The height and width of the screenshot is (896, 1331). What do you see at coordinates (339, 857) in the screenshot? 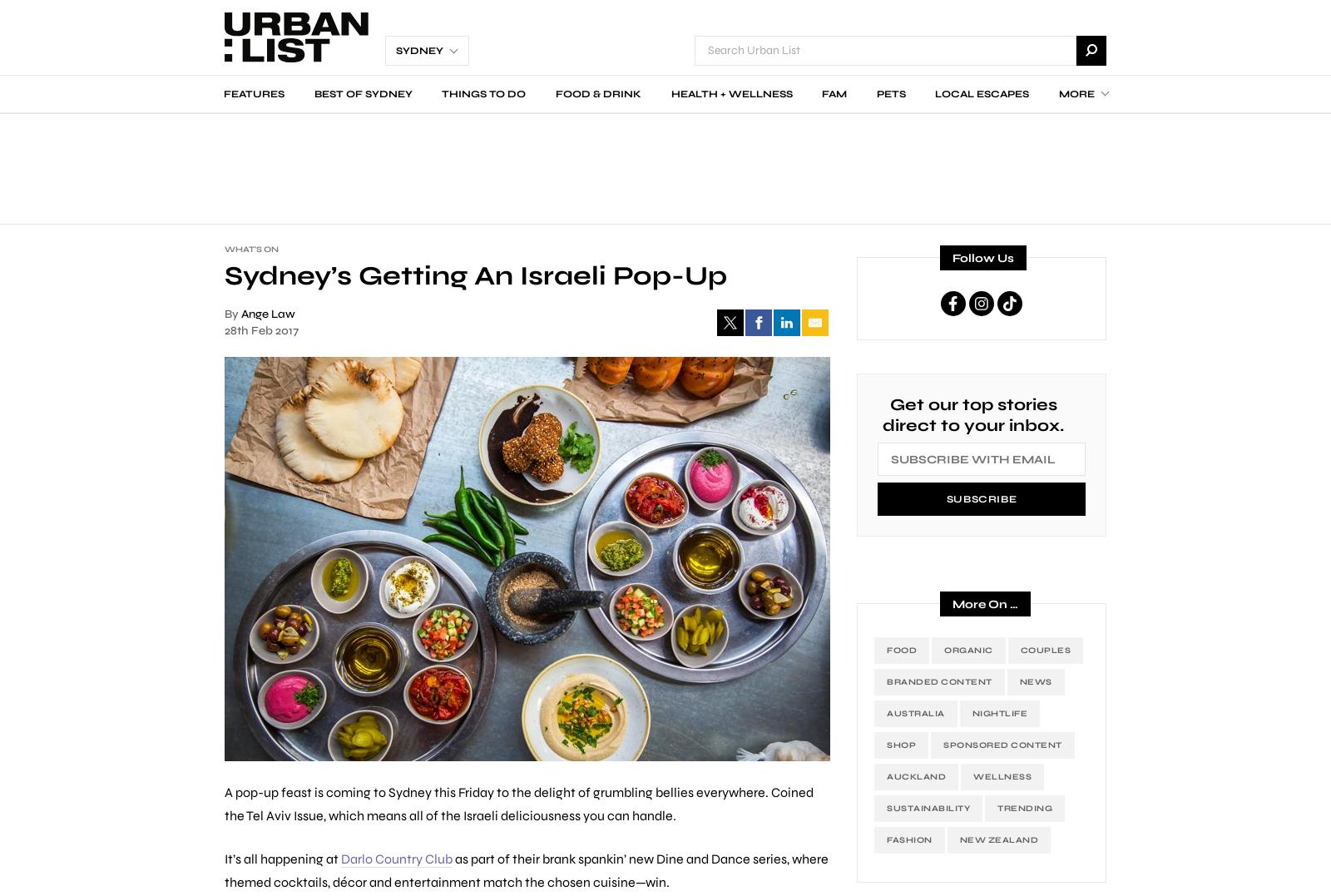
I see `'Darlo Country Club'` at bounding box center [339, 857].